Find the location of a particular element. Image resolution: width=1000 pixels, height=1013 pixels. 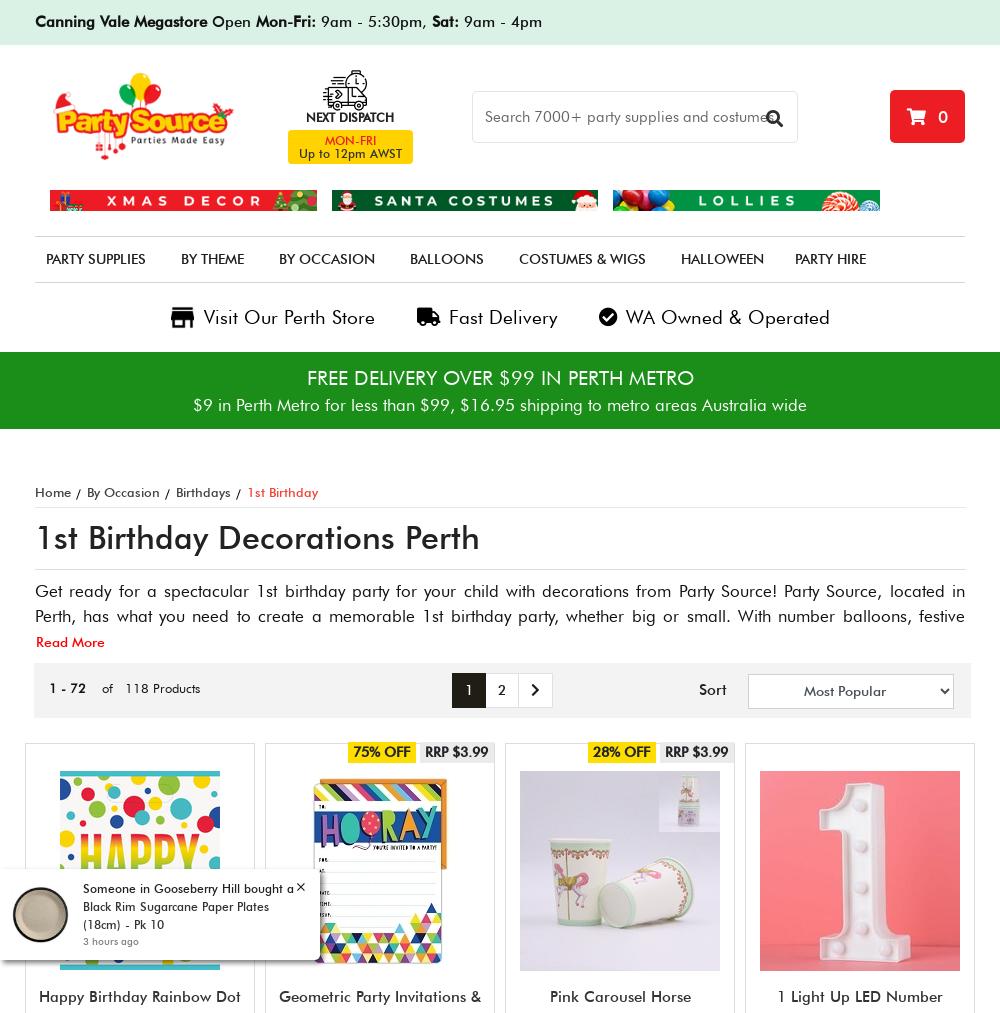

'By Theme' is located at coordinates (211, 258).